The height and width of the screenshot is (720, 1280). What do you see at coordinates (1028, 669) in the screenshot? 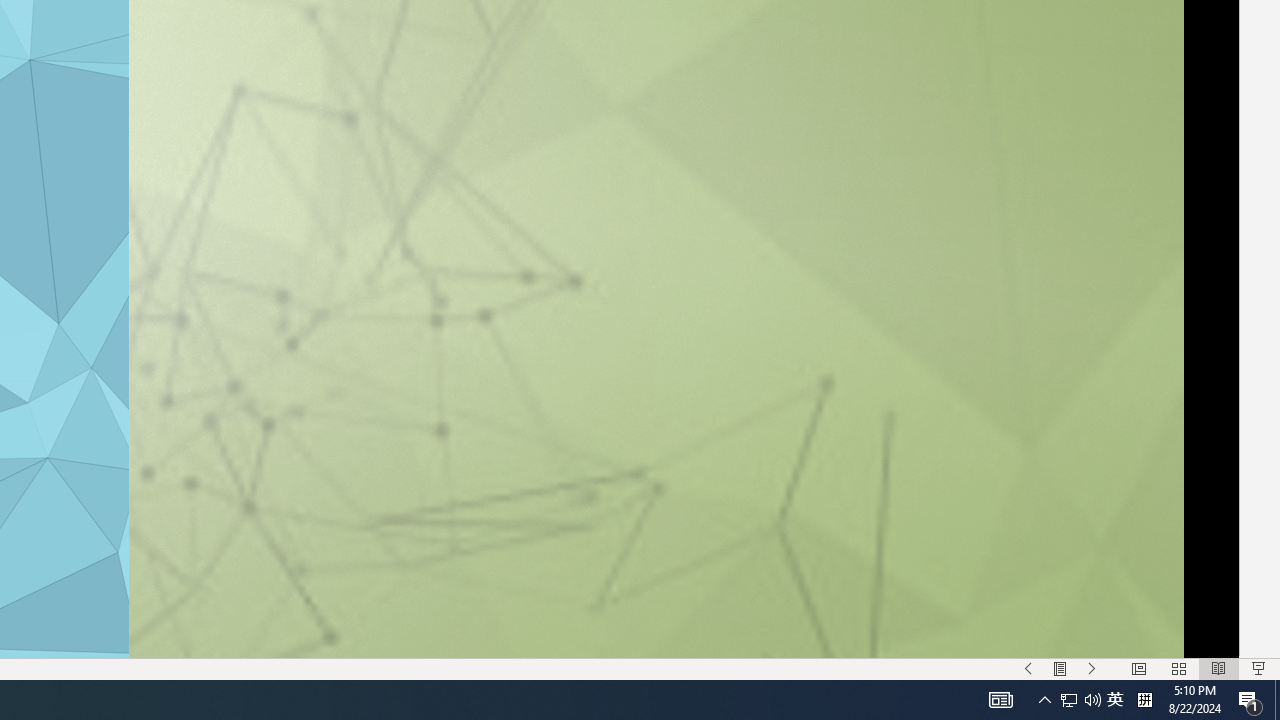
I see `'Slide Show Previous On'` at bounding box center [1028, 669].